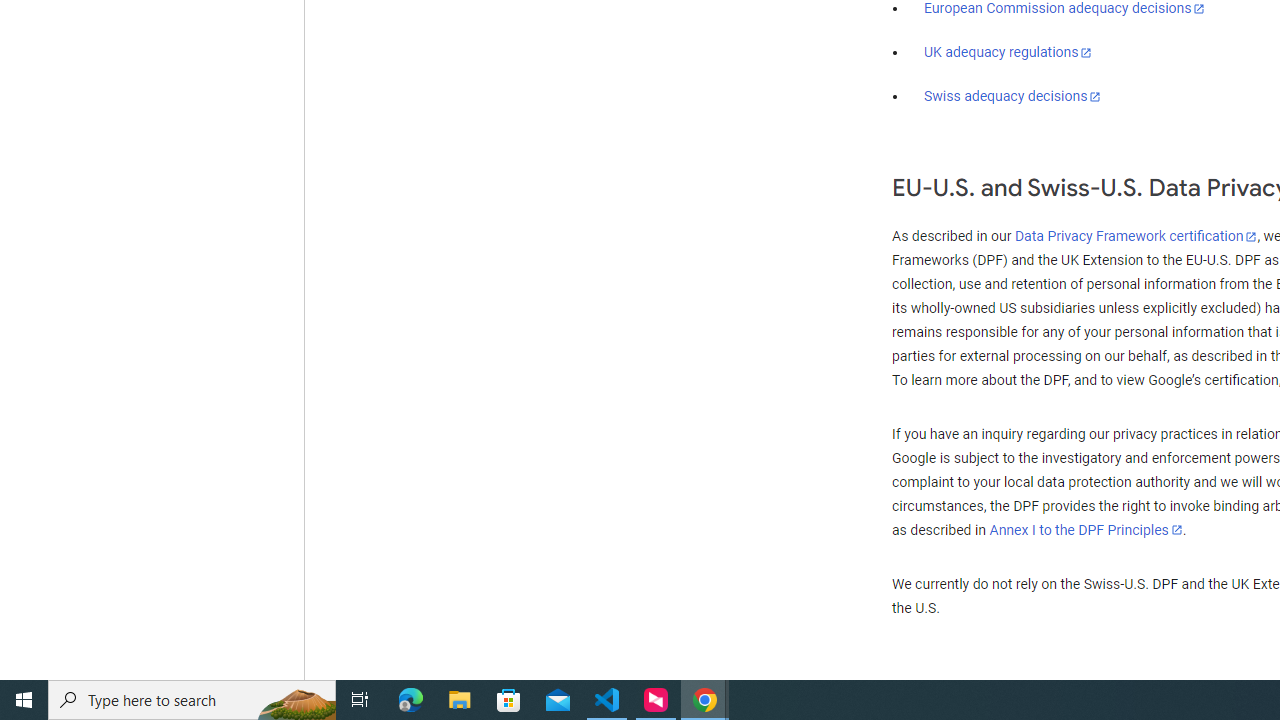  What do you see at coordinates (1136, 236) in the screenshot?
I see `'Data Privacy Framework certification'` at bounding box center [1136, 236].